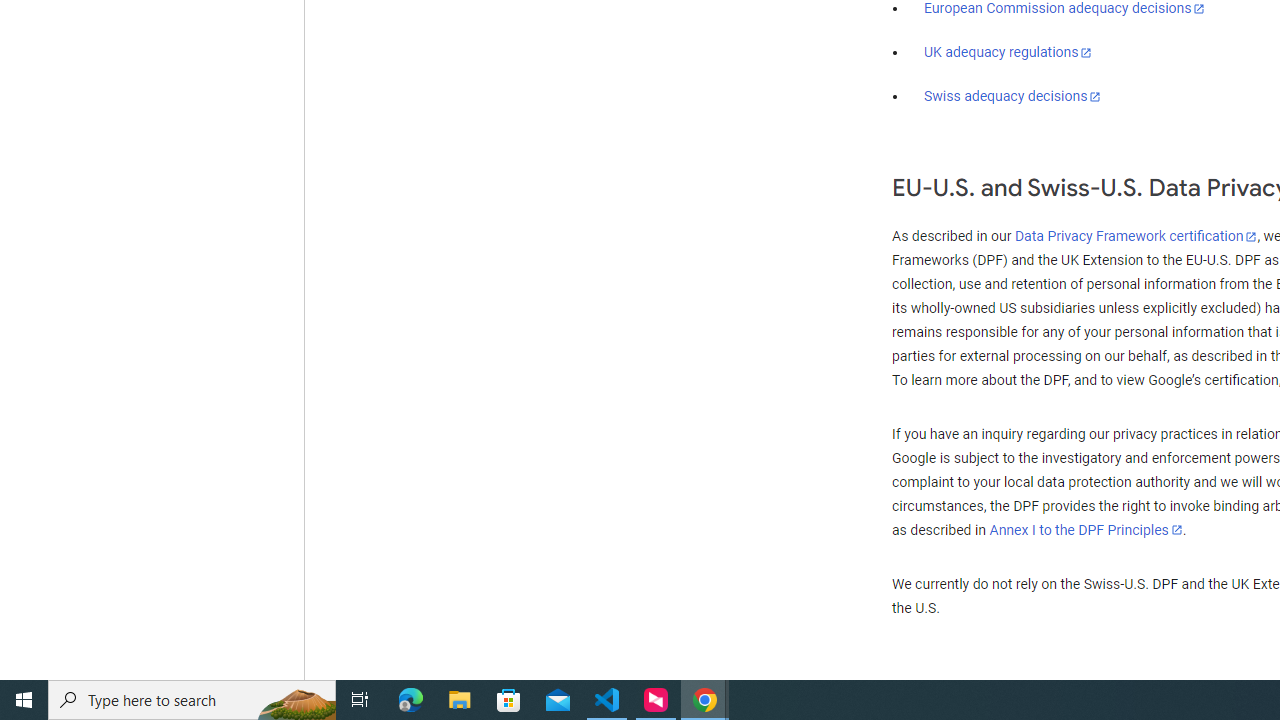  What do you see at coordinates (1136, 236) in the screenshot?
I see `'Data Privacy Framework certification'` at bounding box center [1136, 236].